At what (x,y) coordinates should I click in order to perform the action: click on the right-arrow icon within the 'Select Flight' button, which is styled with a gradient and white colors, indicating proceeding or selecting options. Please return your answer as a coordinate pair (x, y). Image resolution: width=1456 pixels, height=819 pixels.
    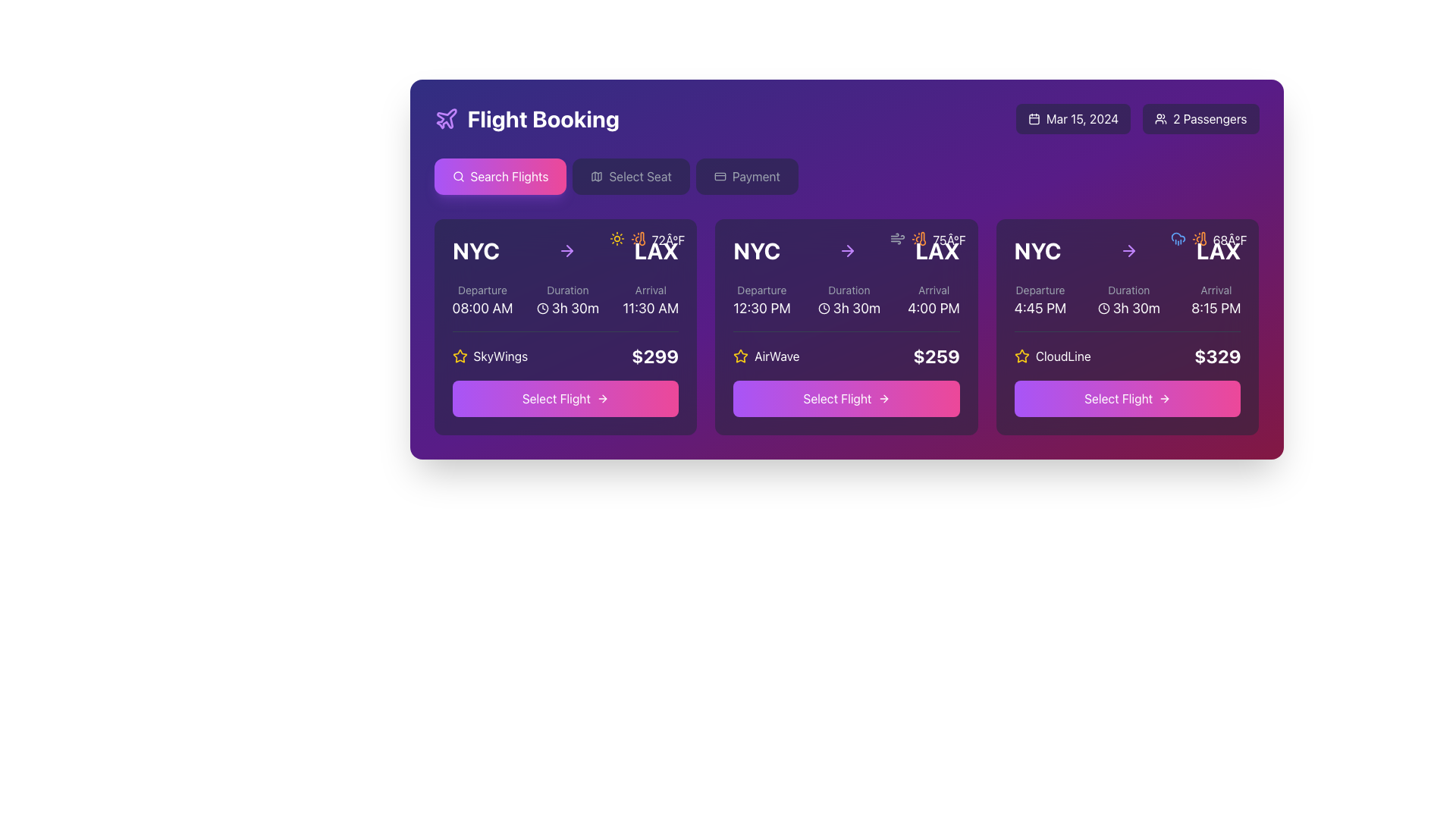
    Looking at the image, I should click on (1164, 397).